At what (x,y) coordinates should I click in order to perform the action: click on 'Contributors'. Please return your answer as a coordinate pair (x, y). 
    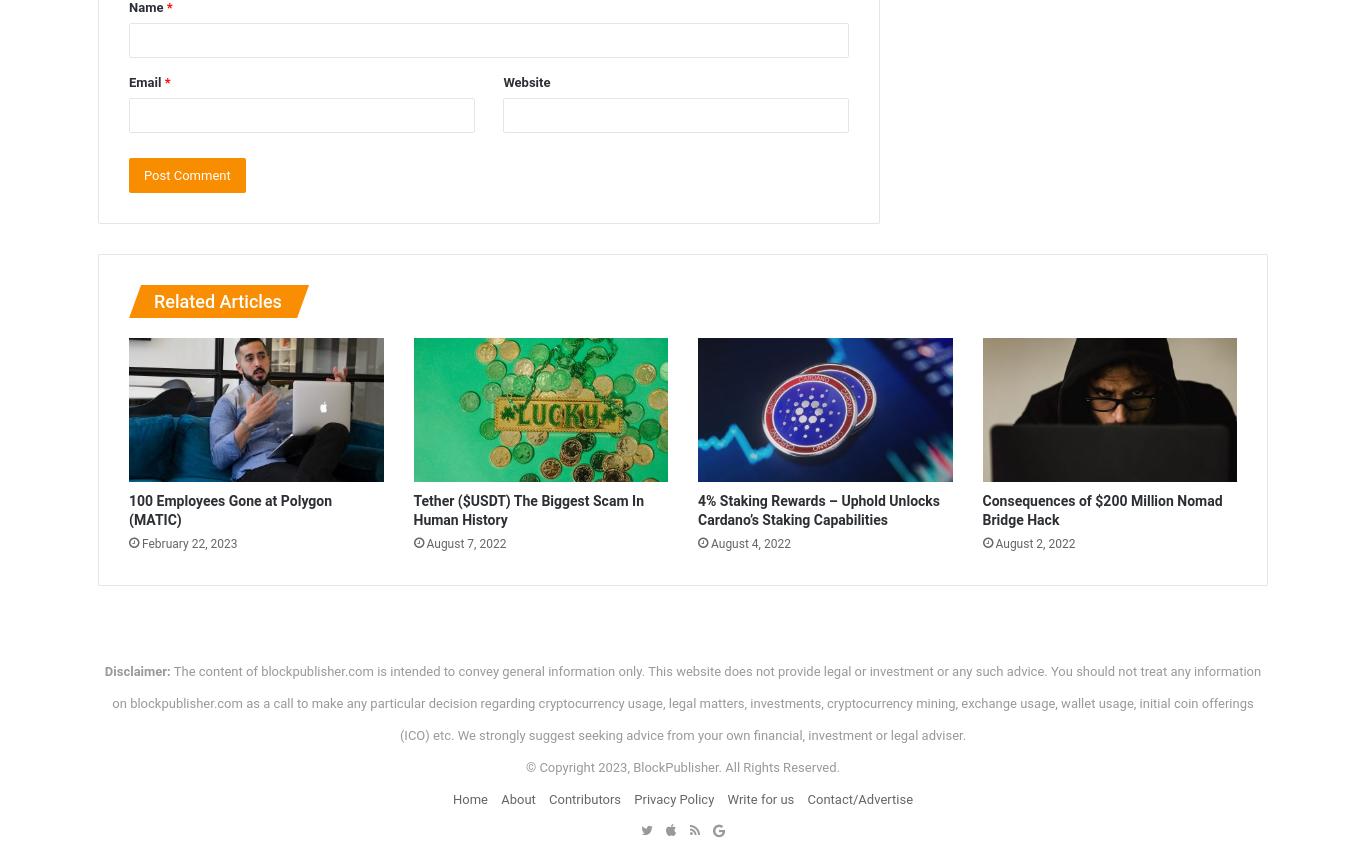
    Looking at the image, I should click on (584, 797).